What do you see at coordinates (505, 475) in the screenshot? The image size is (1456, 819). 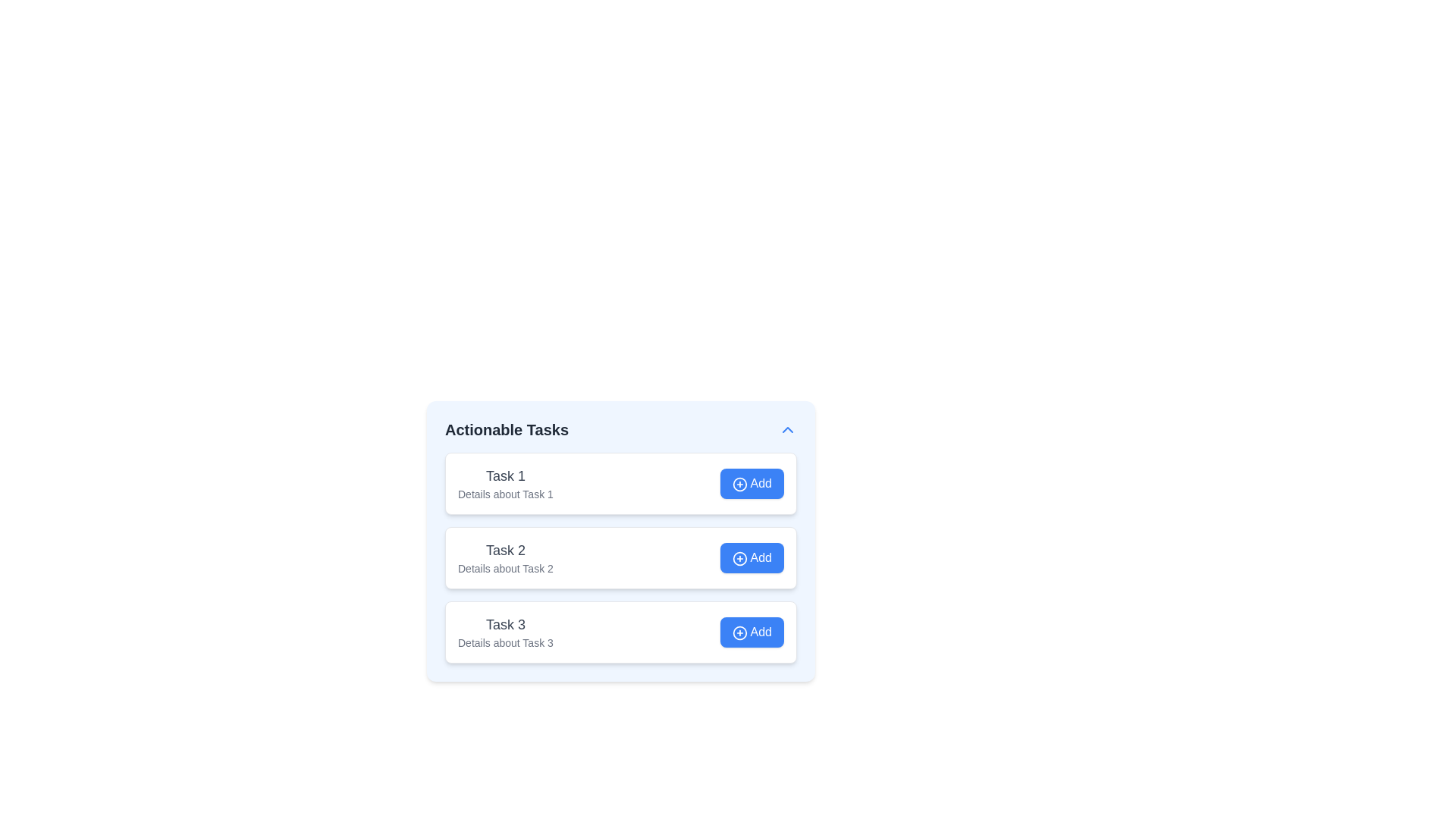 I see `the text label located within the first card under the 'Actionable Tasks' section, positioned above the smaller descriptive text and aligned to the left` at bounding box center [505, 475].